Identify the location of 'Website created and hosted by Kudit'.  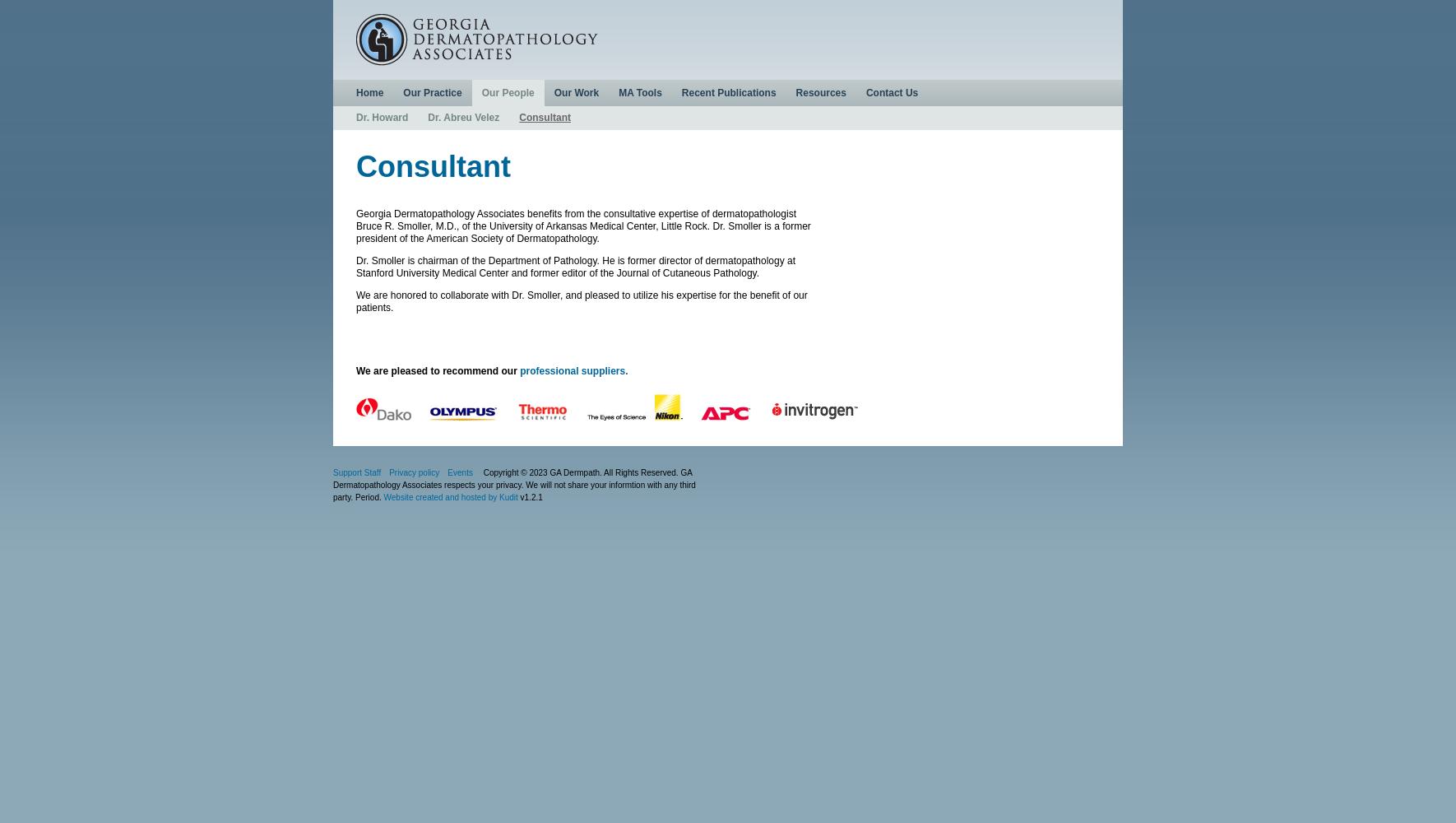
(383, 496).